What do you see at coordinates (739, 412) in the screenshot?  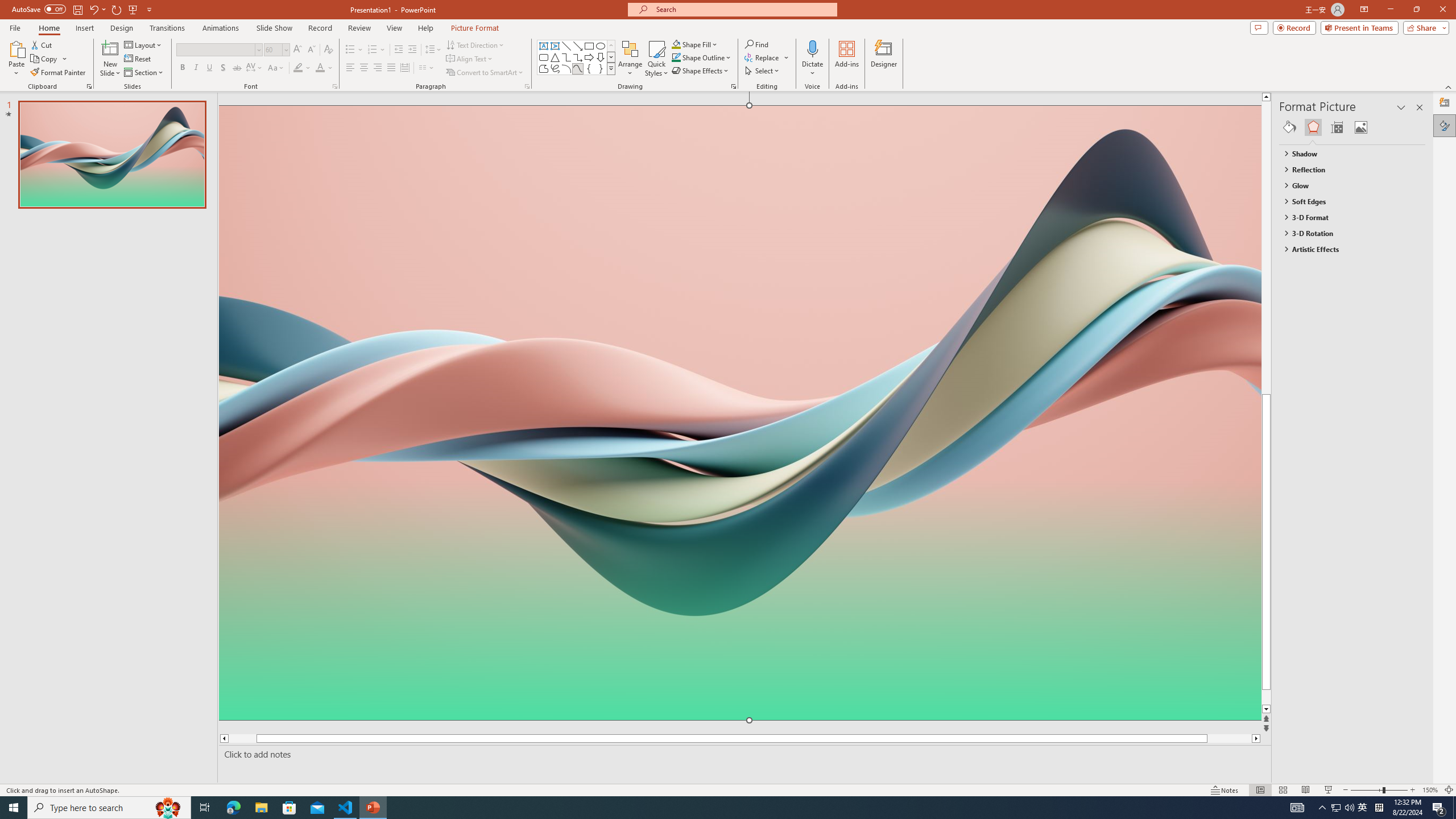 I see `'Wavy 3D art'` at bounding box center [739, 412].